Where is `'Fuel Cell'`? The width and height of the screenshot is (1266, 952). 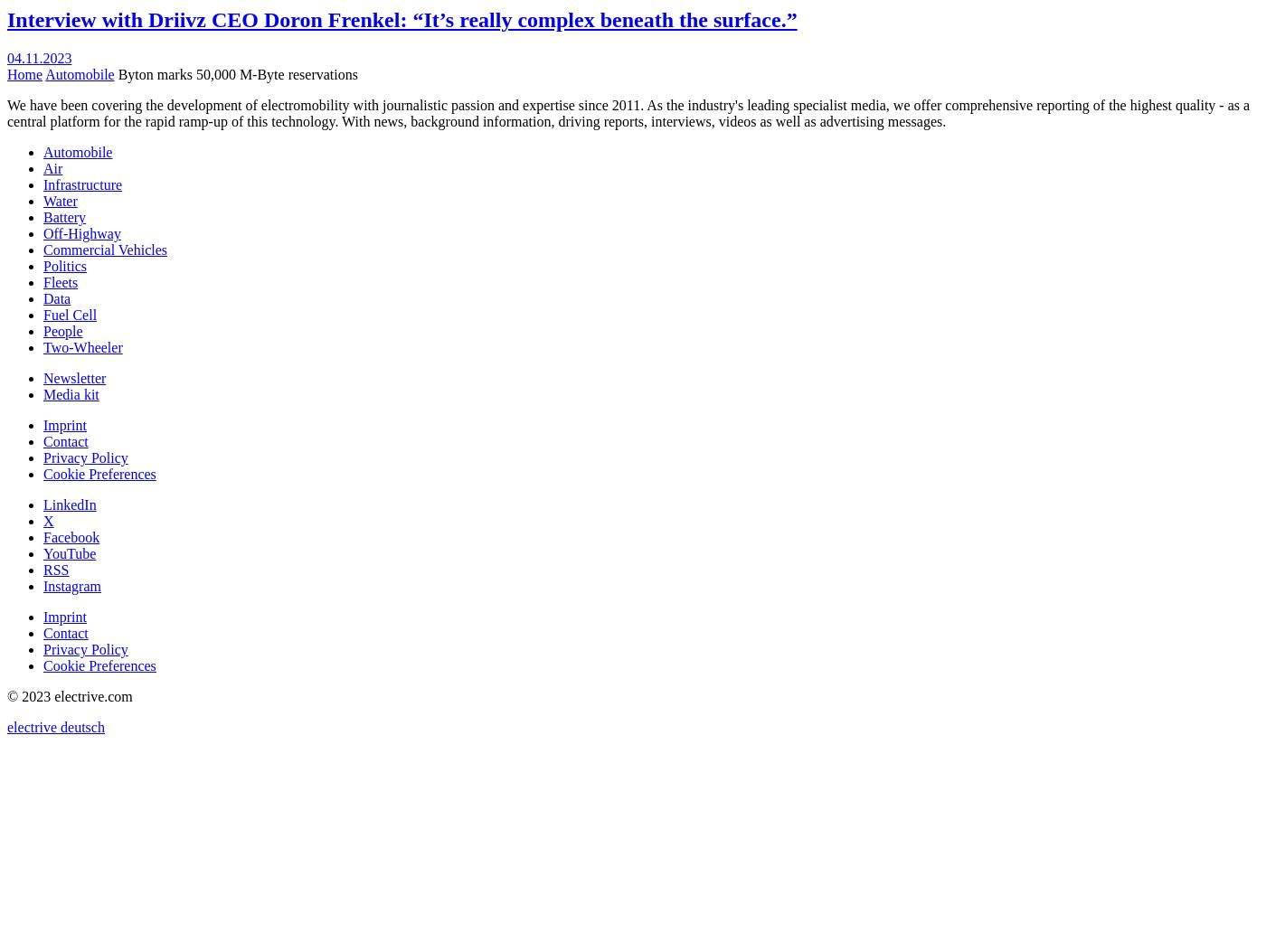
'Fuel Cell' is located at coordinates (70, 314).